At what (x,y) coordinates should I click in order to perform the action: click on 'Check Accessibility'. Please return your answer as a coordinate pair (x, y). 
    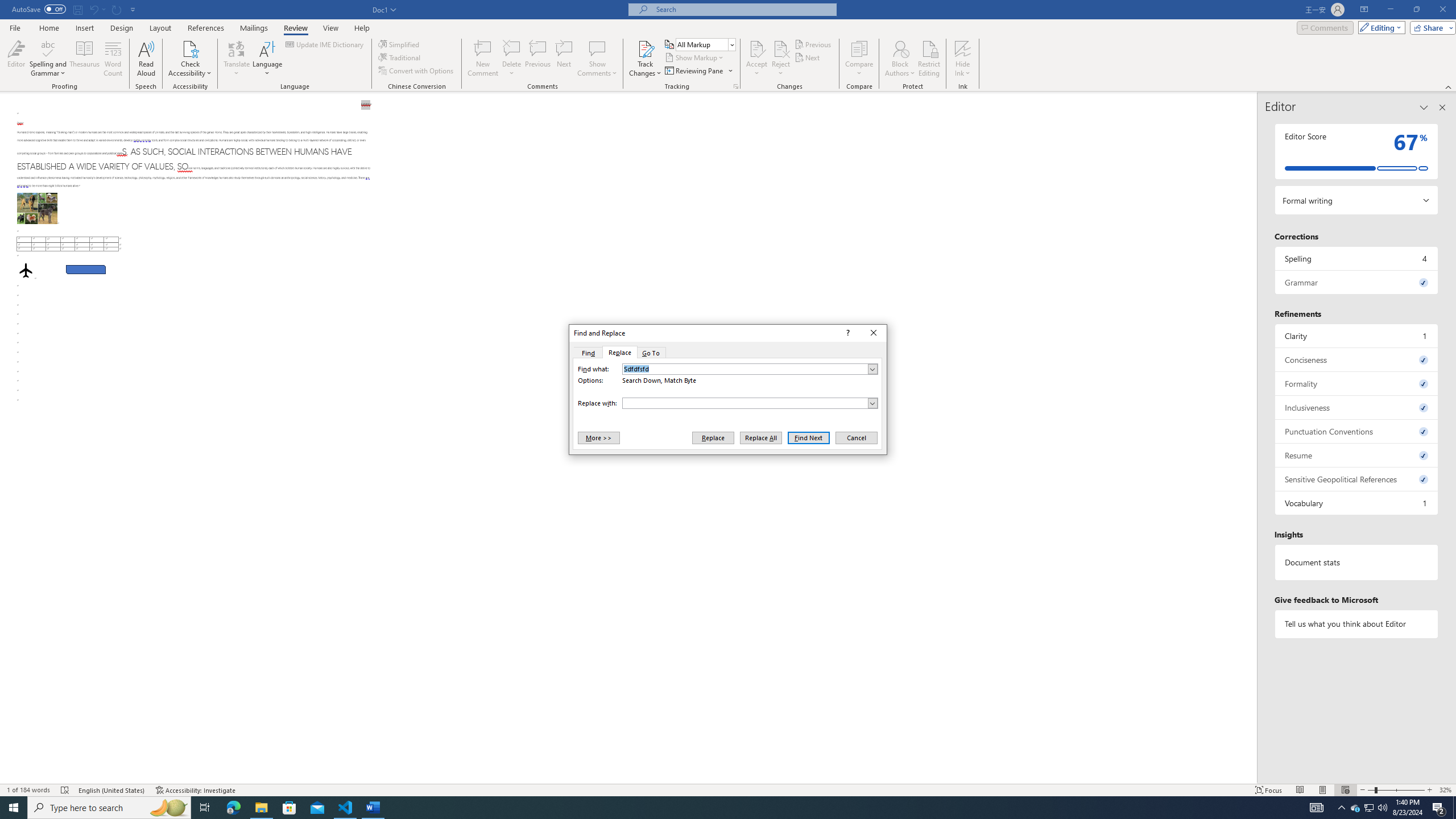
    Looking at the image, I should click on (190, 59).